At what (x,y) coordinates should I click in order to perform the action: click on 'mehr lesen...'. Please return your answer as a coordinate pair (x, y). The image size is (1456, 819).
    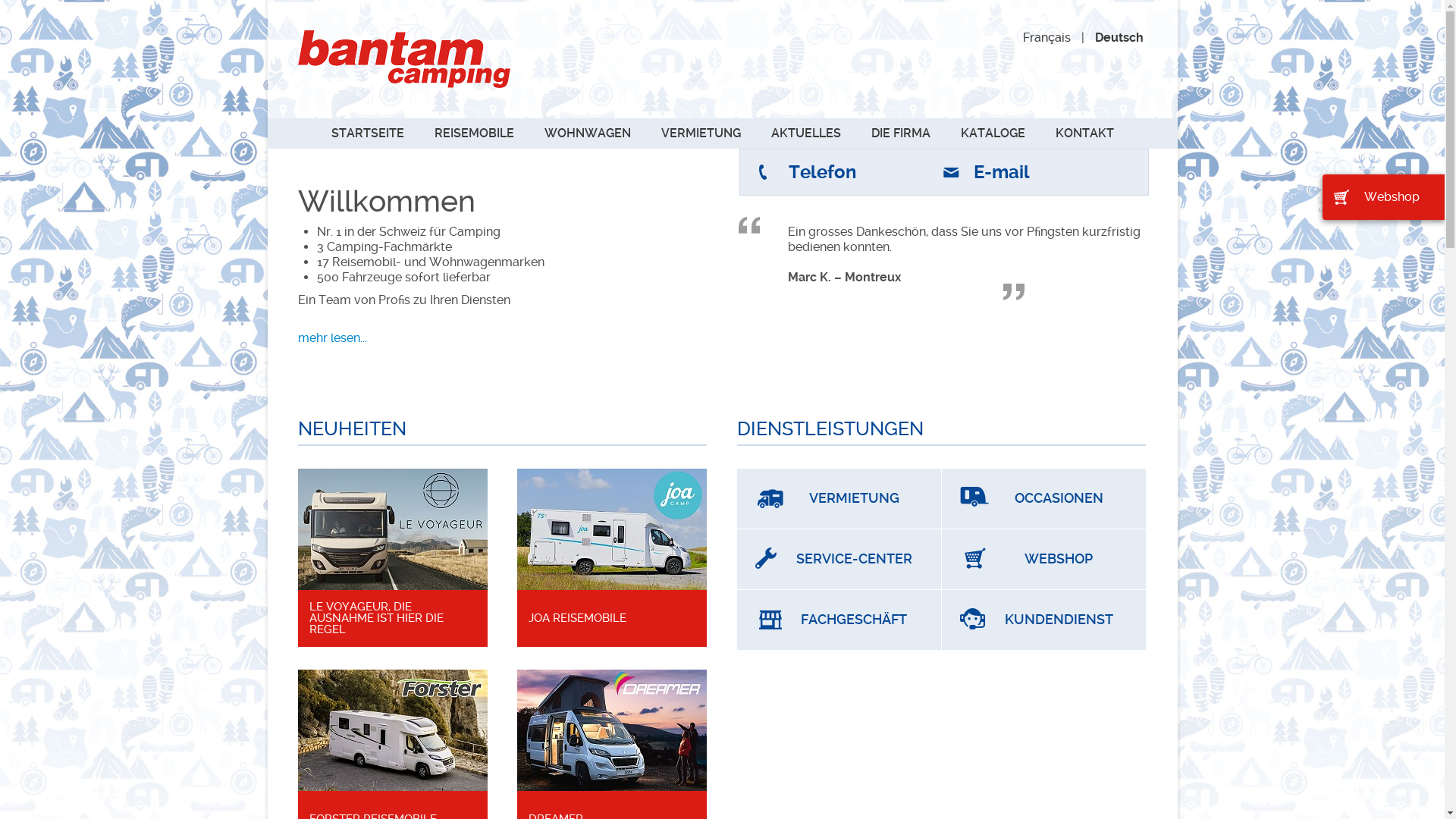
    Looking at the image, I should click on (297, 337).